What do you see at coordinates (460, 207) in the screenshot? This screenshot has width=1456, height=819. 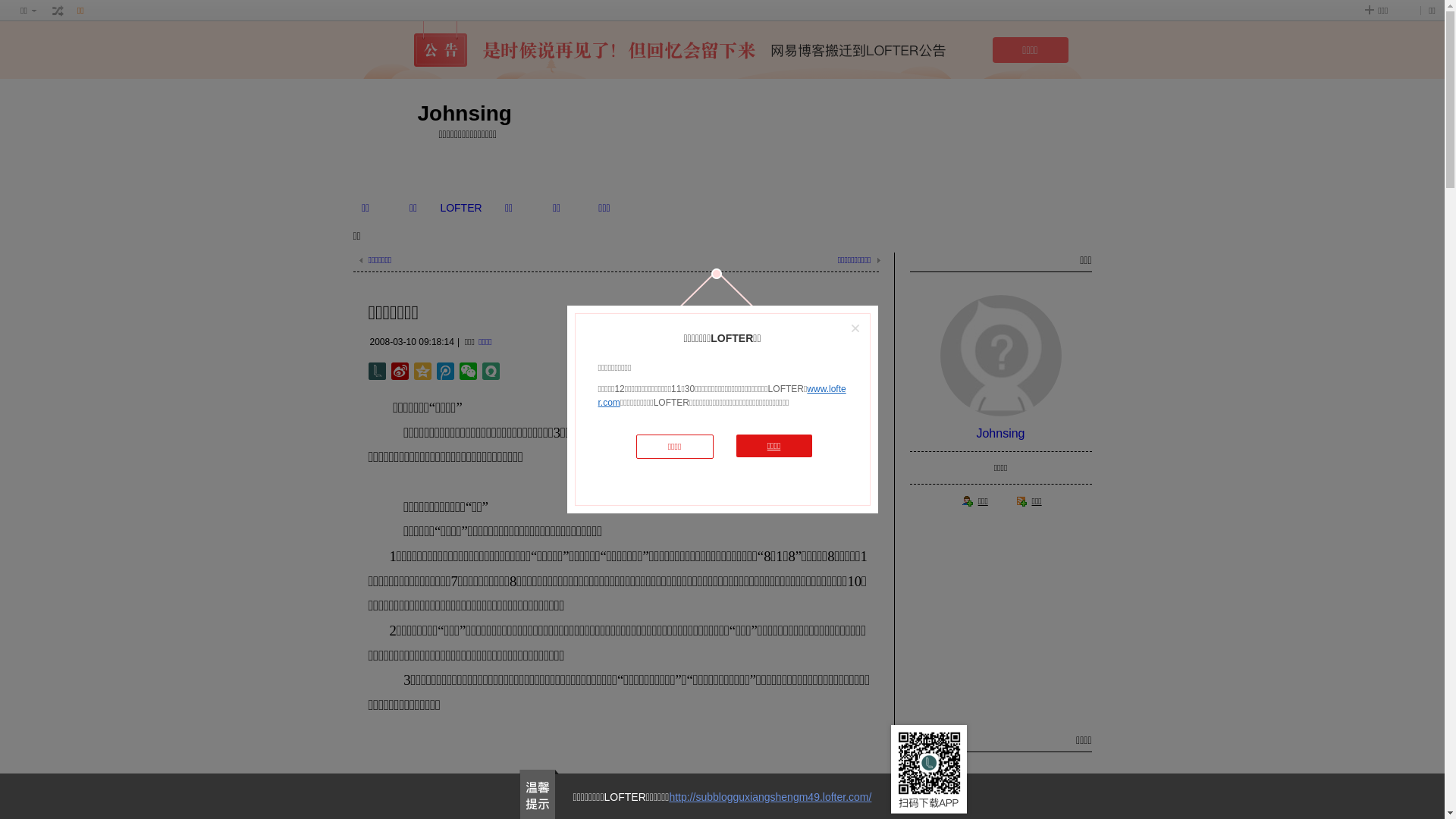 I see `'LOFTER'` at bounding box center [460, 207].